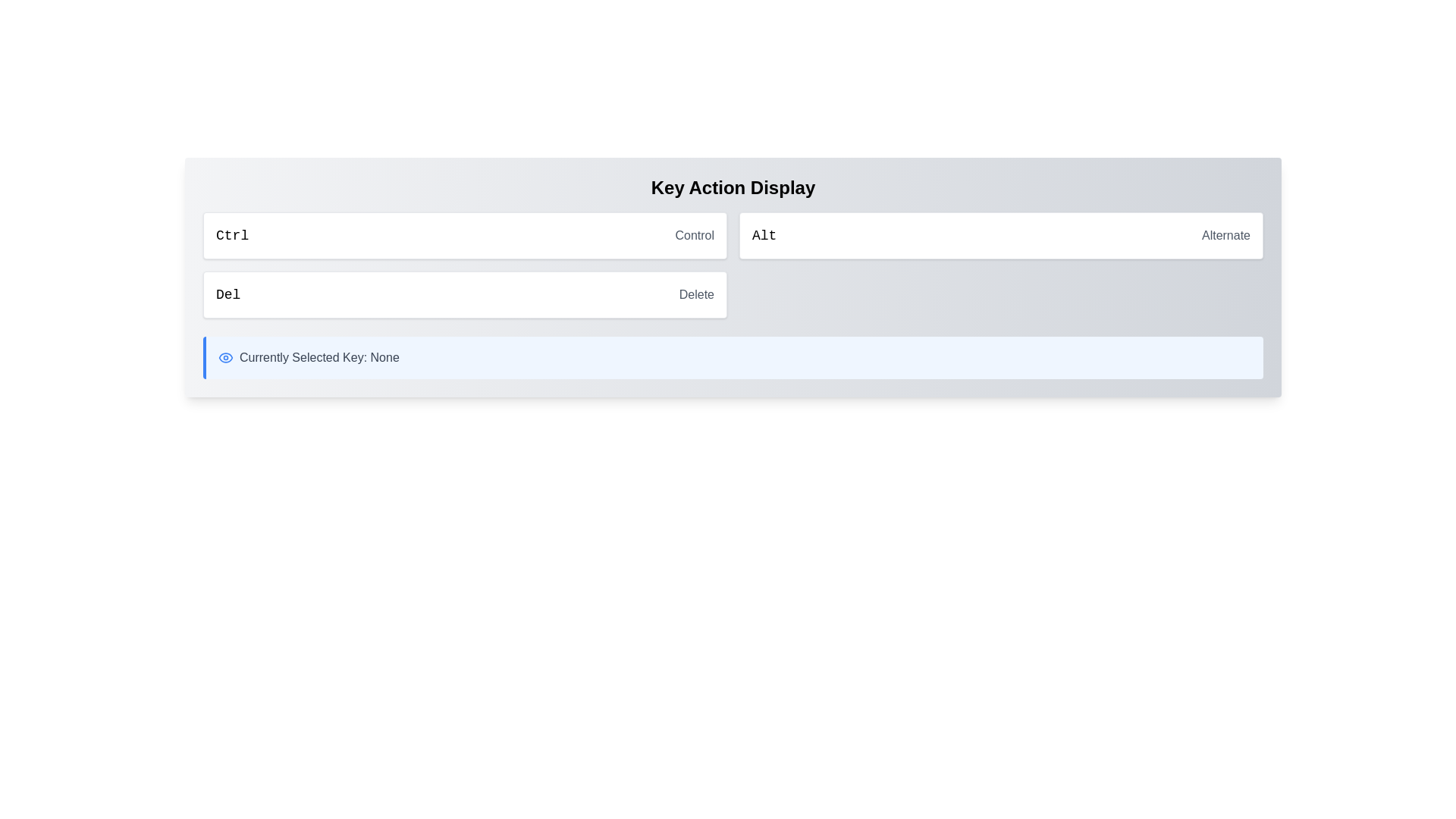 The height and width of the screenshot is (819, 1456). What do you see at coordinates (694, 236) in the screenshot?
I see `the descriptive label that provides context for the 'Ctrl' action, positioned to the right of 'Ctrl' in the upper-central region of the interface` at bounding box center [694, 236].